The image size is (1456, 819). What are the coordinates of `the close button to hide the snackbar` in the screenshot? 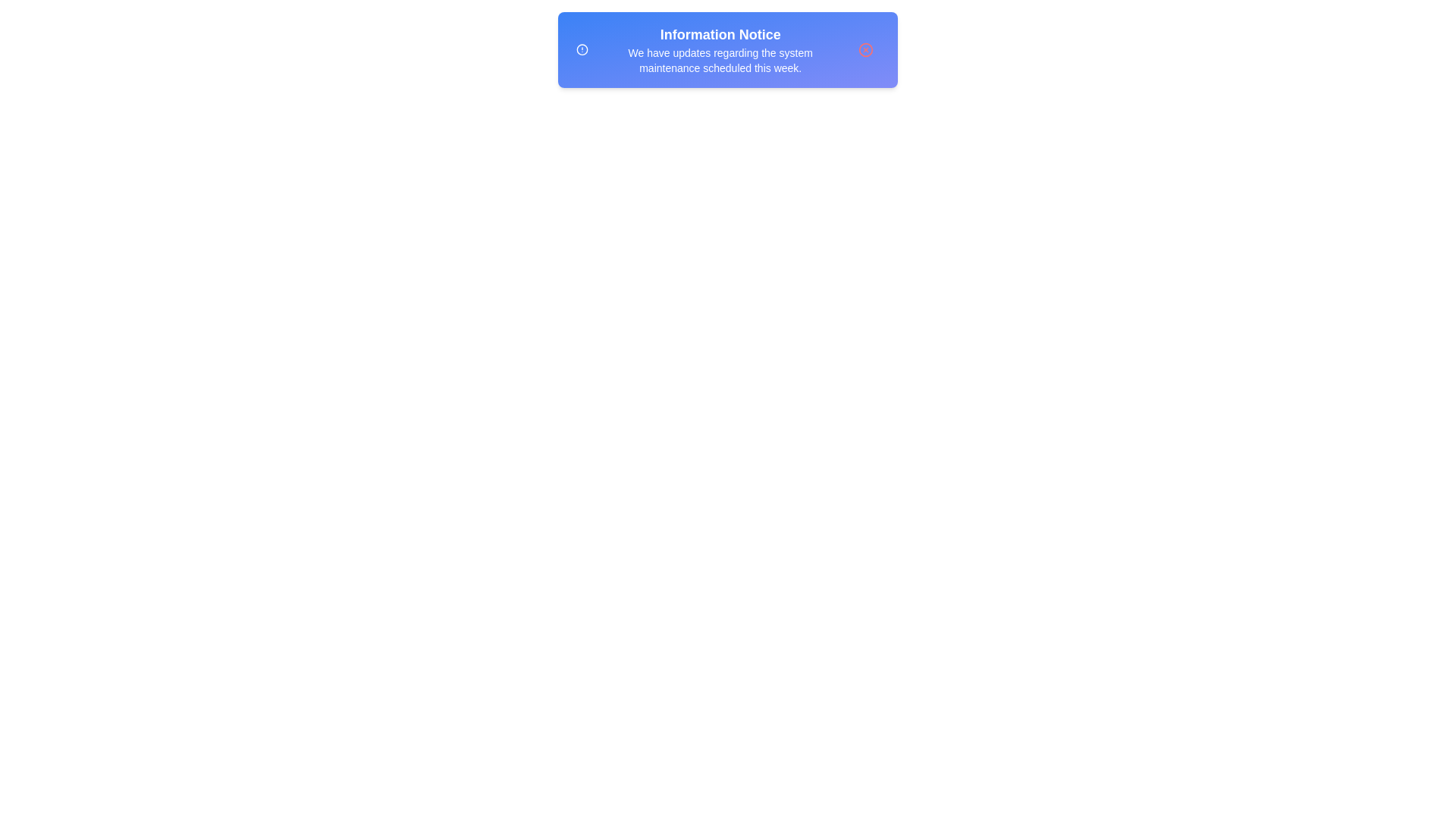 It's located at (866, 49).